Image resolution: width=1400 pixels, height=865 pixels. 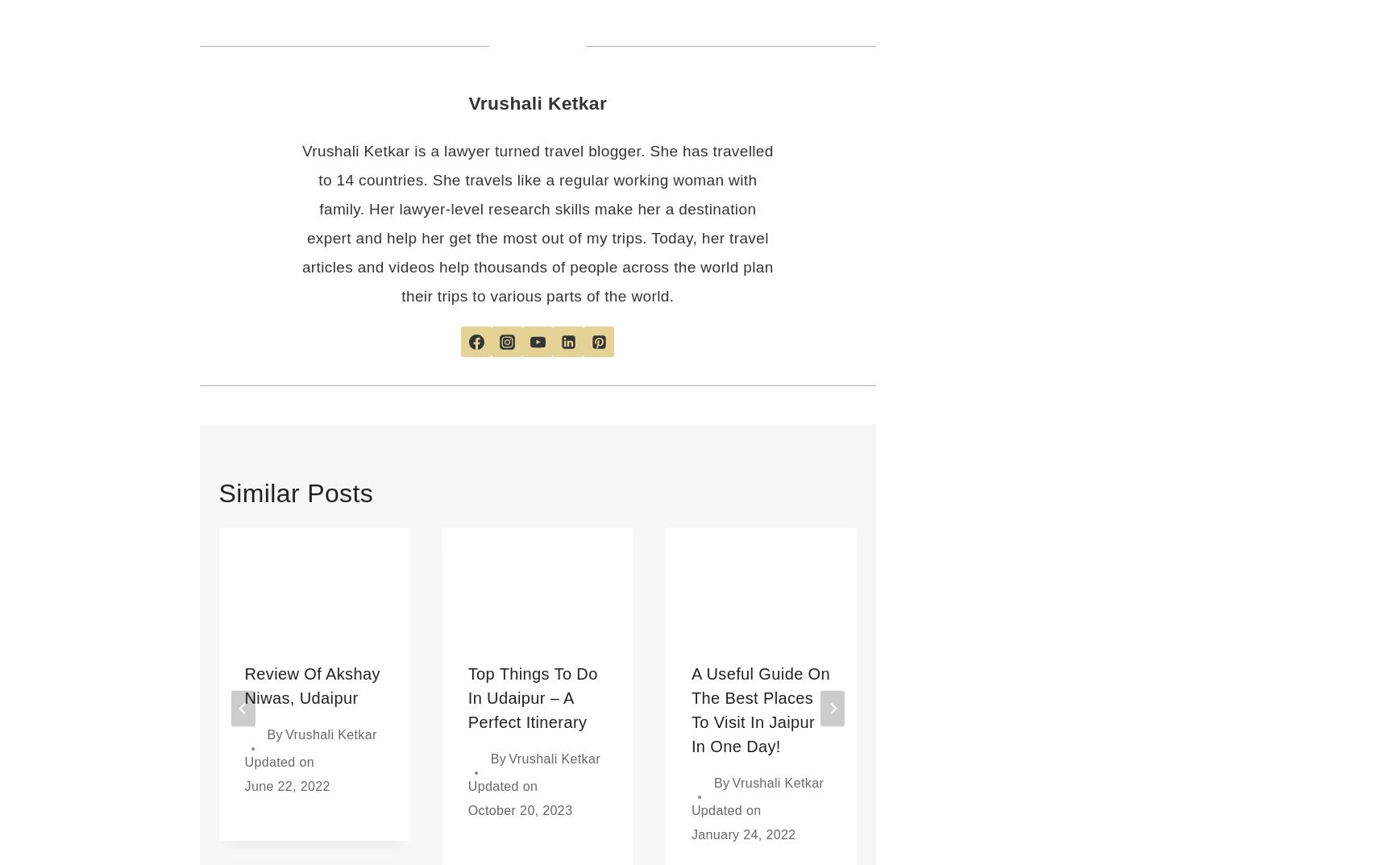 What do you see at coordinates (536, 222) in the screenshot?
I see `'Vrushali Ketkar is a lawyer turned travel blogger. She has travelled to 14 countries. She travels like a regular working woman with family. Her lawyer-level research skills make her a destination expert and help her get the most out of my trips. Today, her travel articles and videos help thousands of people across the world plan their trips to various parts of the world.'` at bounding box center [536, 222].